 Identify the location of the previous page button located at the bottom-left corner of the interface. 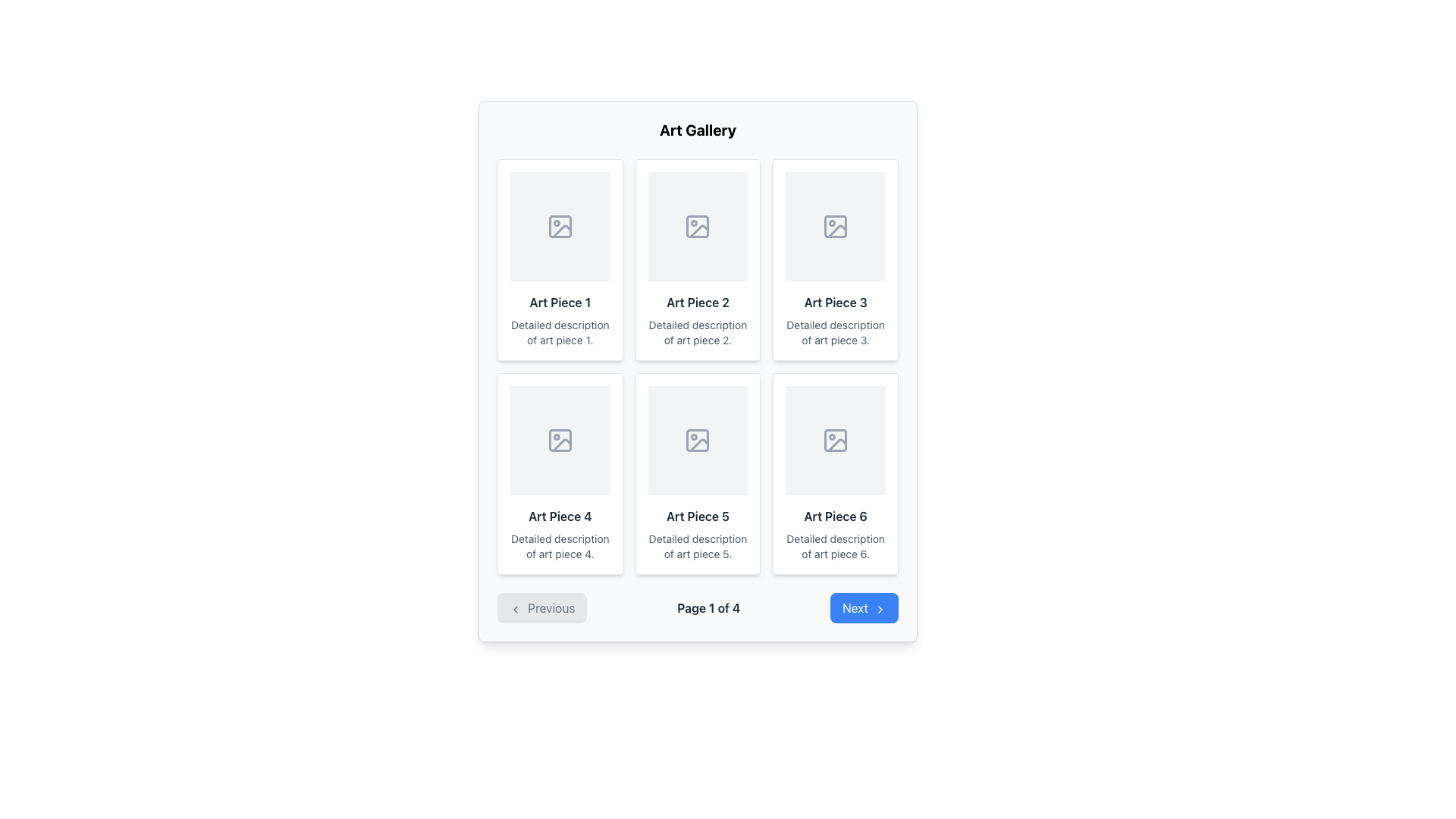
(542, 607).